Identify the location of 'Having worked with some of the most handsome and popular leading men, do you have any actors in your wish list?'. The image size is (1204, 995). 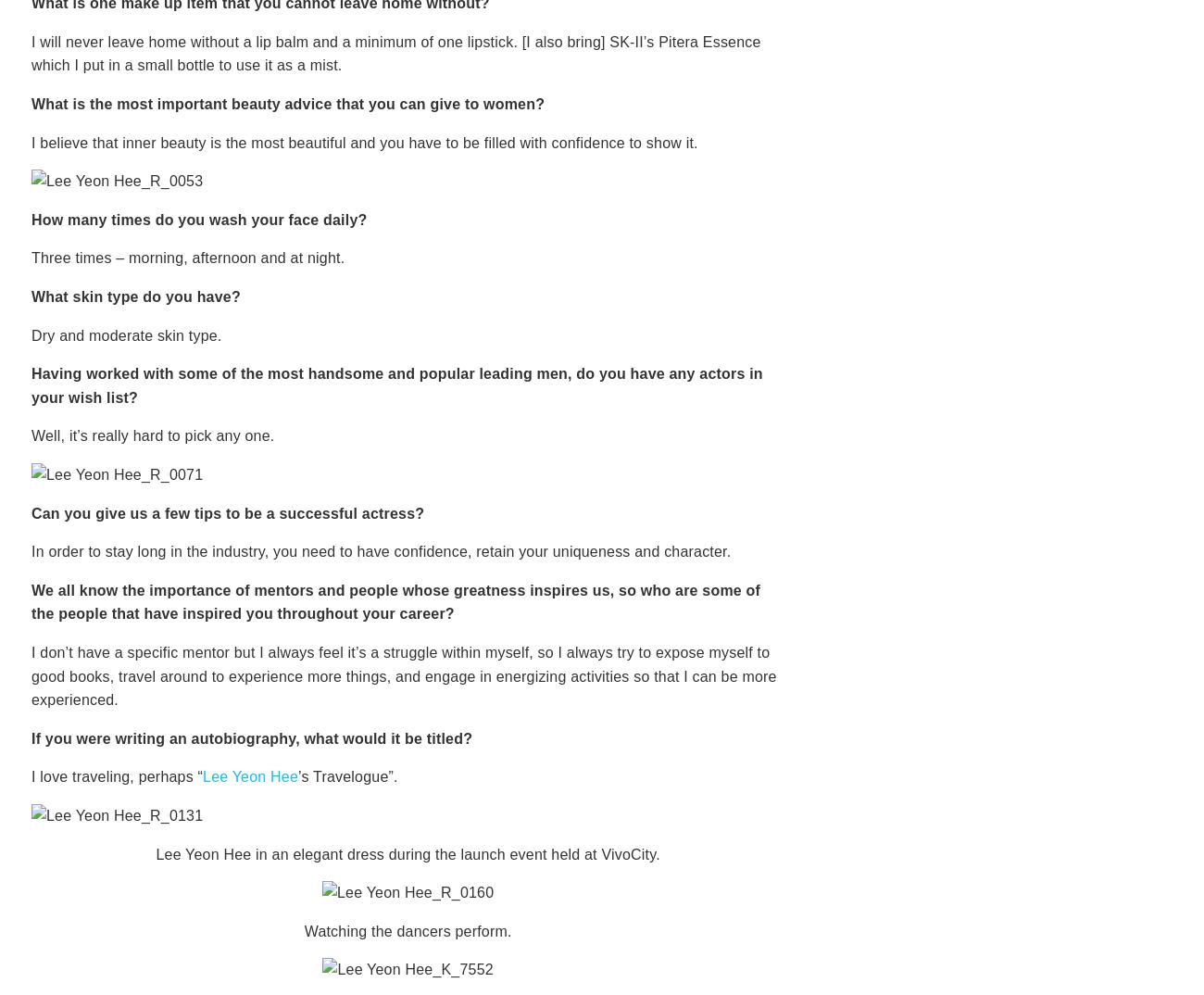
(31, 384).